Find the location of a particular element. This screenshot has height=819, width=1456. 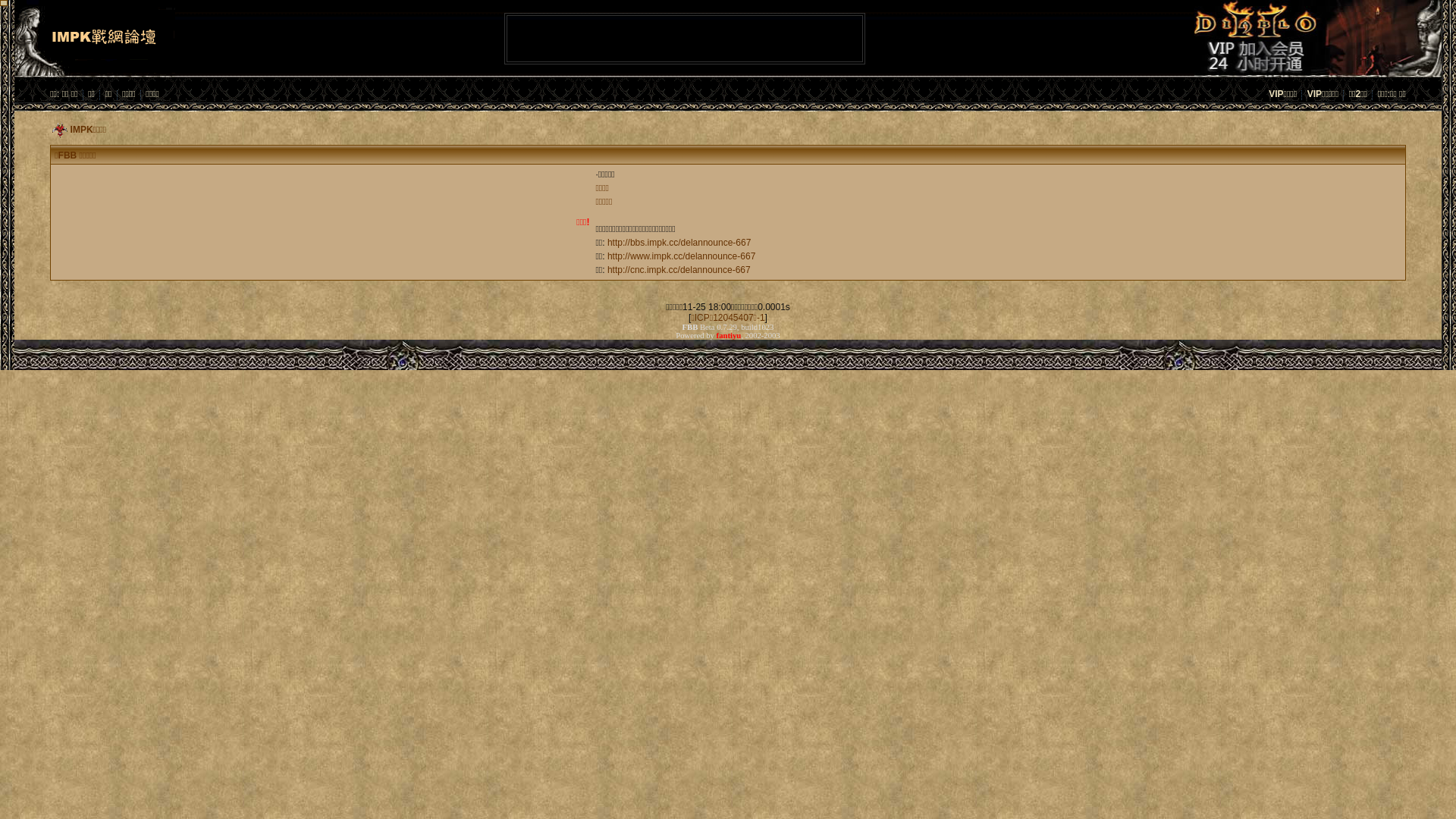

'http://bbs.impk.cc/delannounce-667' is located at coordinates (607, 242).